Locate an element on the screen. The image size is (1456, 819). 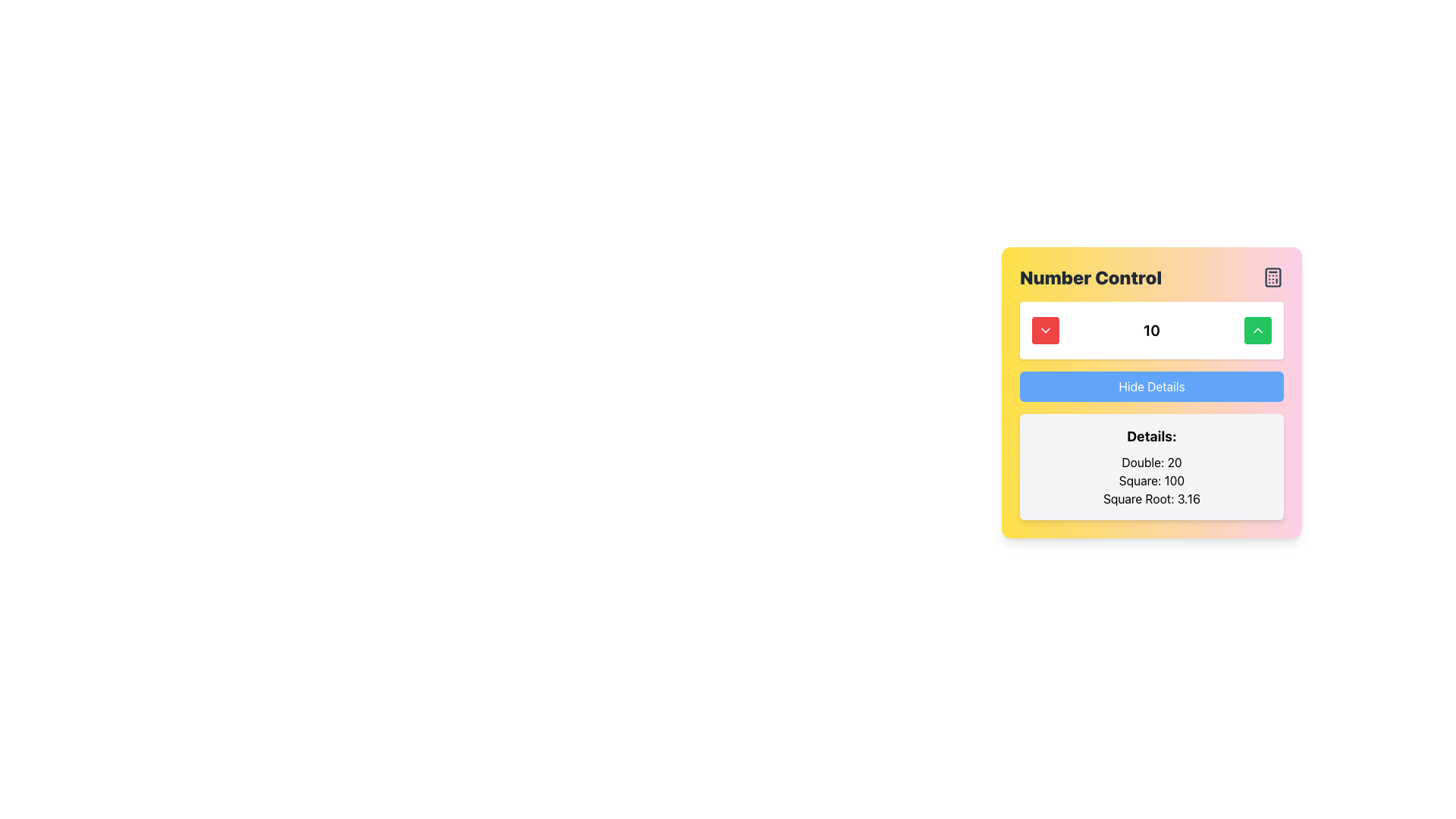
the chevron icon inside the green button located at the top-right of the 'Number Control' card to increment the number displayed in the central field is located at coordinates (1258, 329).